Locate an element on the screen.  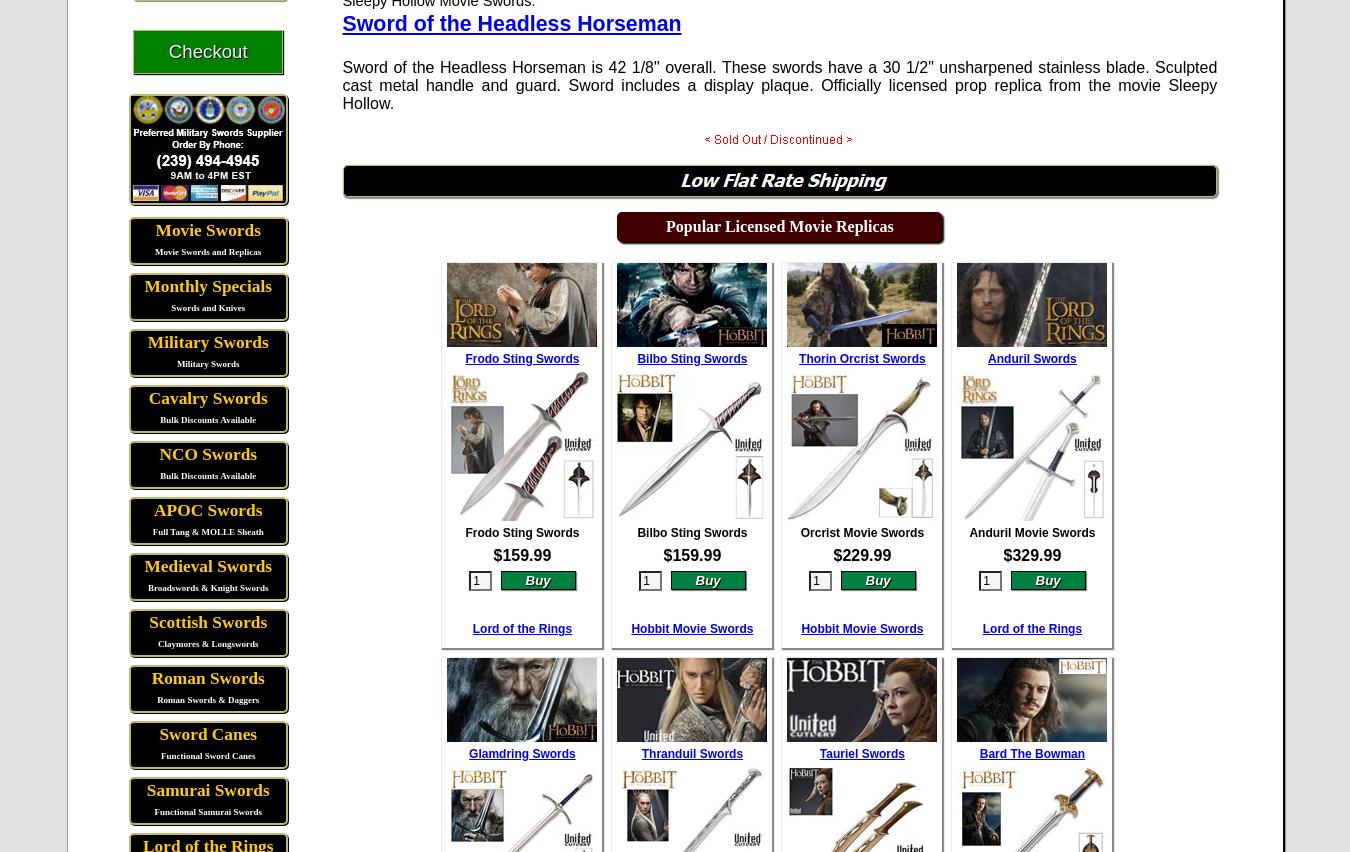
'Roman Swords & Daggers' is located at coordinates (208, 700).